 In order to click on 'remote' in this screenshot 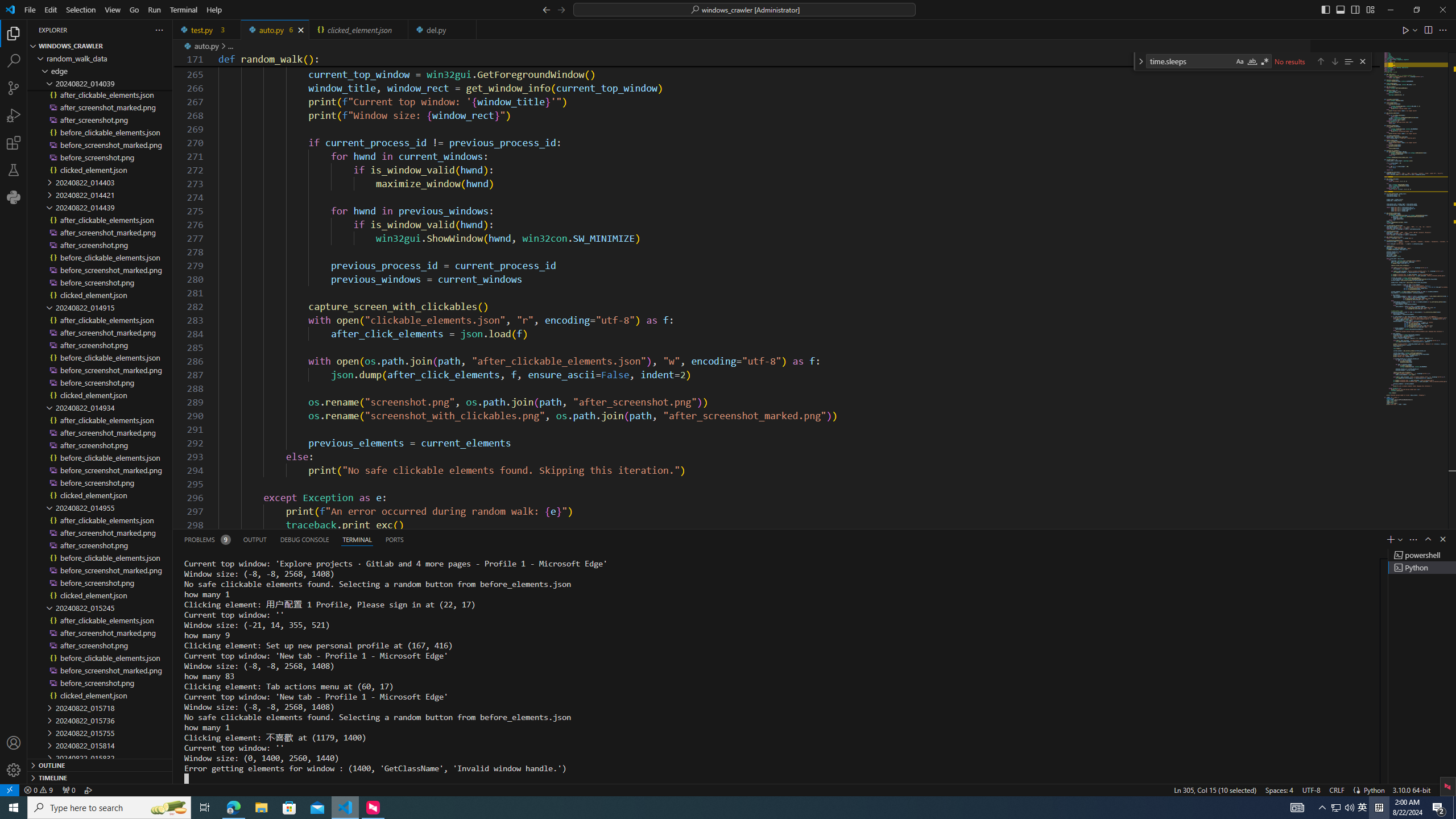, I will do `click(9, 789)`.